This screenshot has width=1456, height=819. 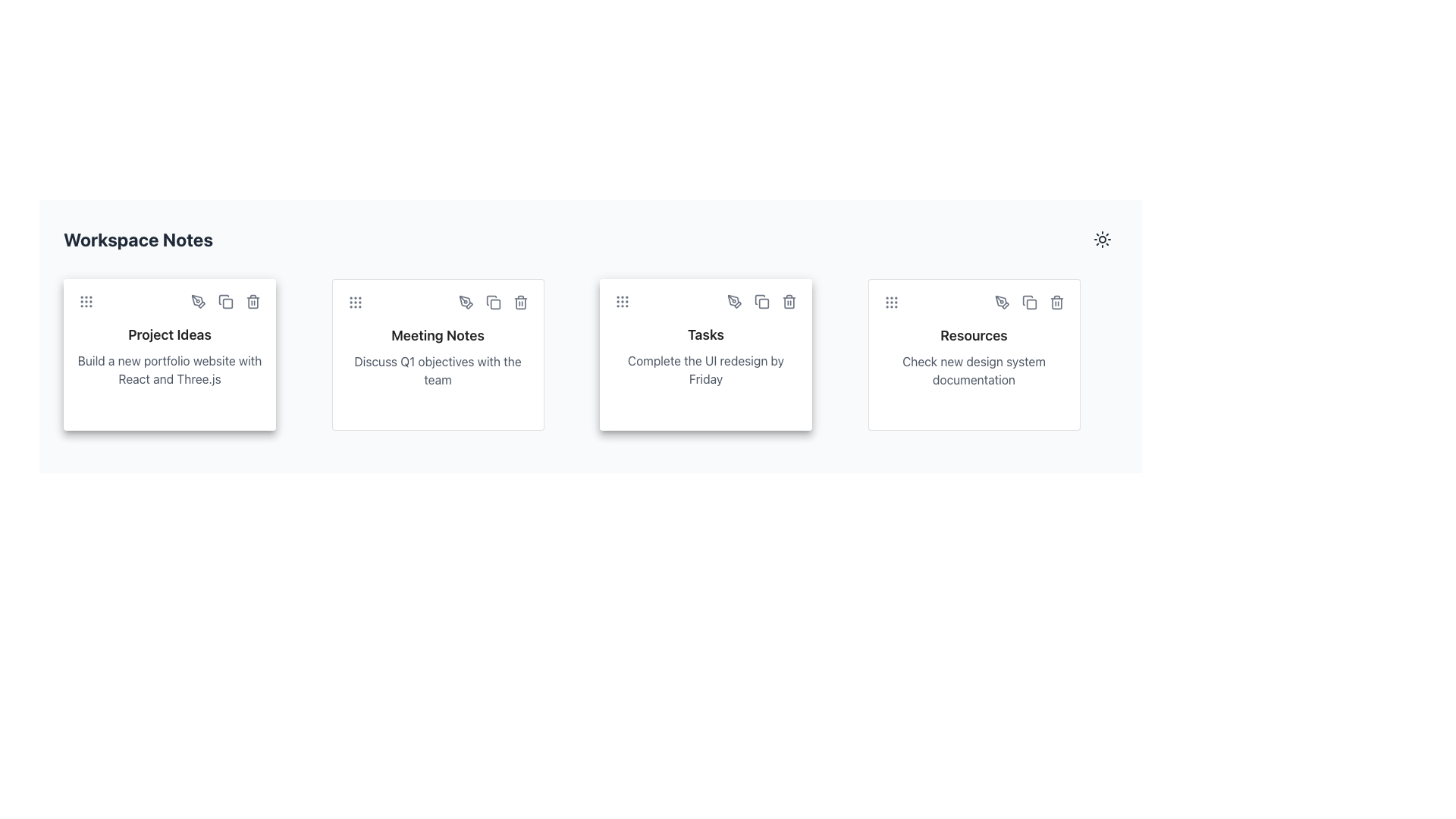 I want to click on the drag handle located at the top-left corner of the 'Resources' card, which is the fourth card in the 'Workspace Notes' section, to activate the hover effect, so click(x=891, y=302).